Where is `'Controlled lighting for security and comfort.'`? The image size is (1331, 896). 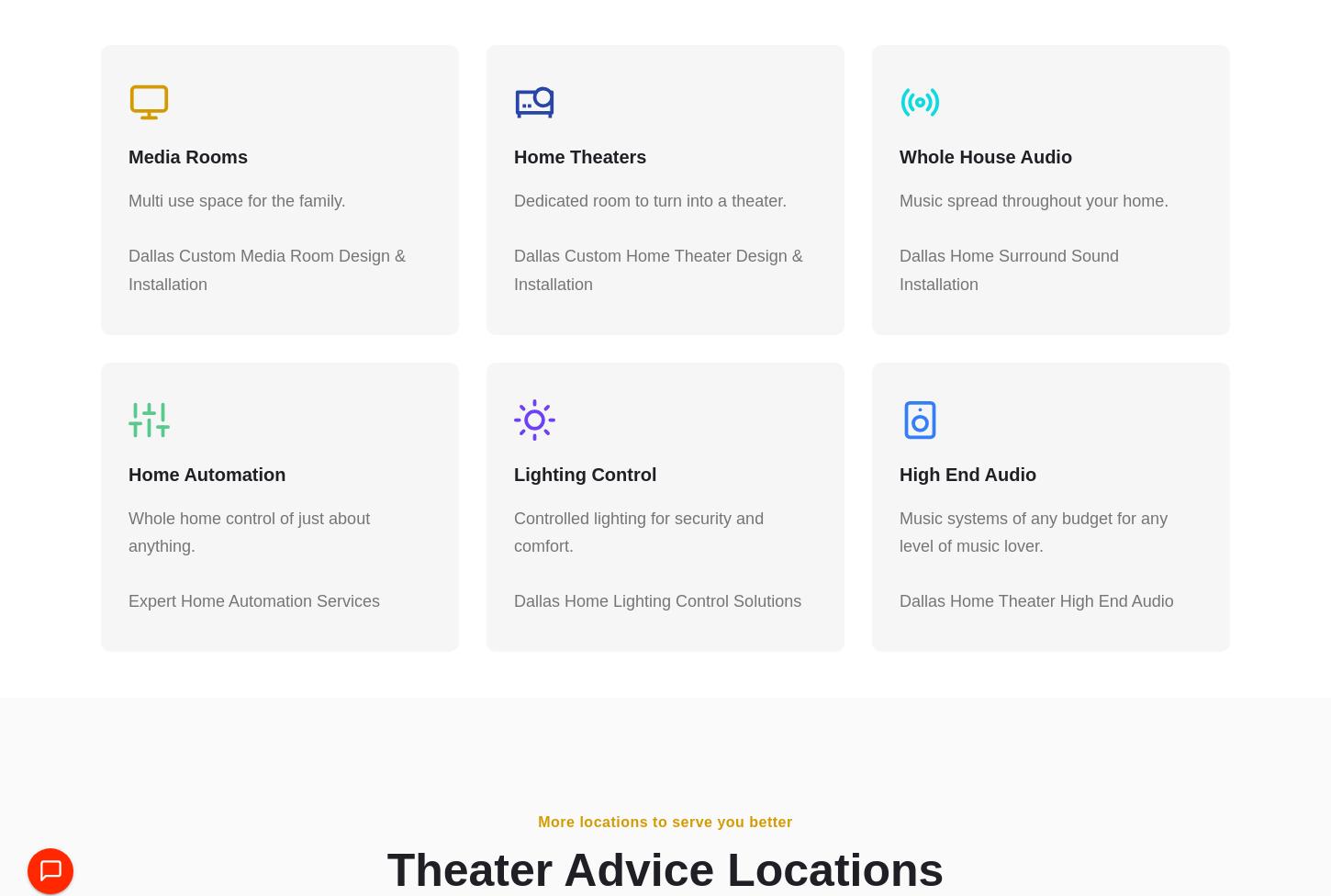
'Controlled lighting for security and comfort.' is located at coordinates (638, 541).